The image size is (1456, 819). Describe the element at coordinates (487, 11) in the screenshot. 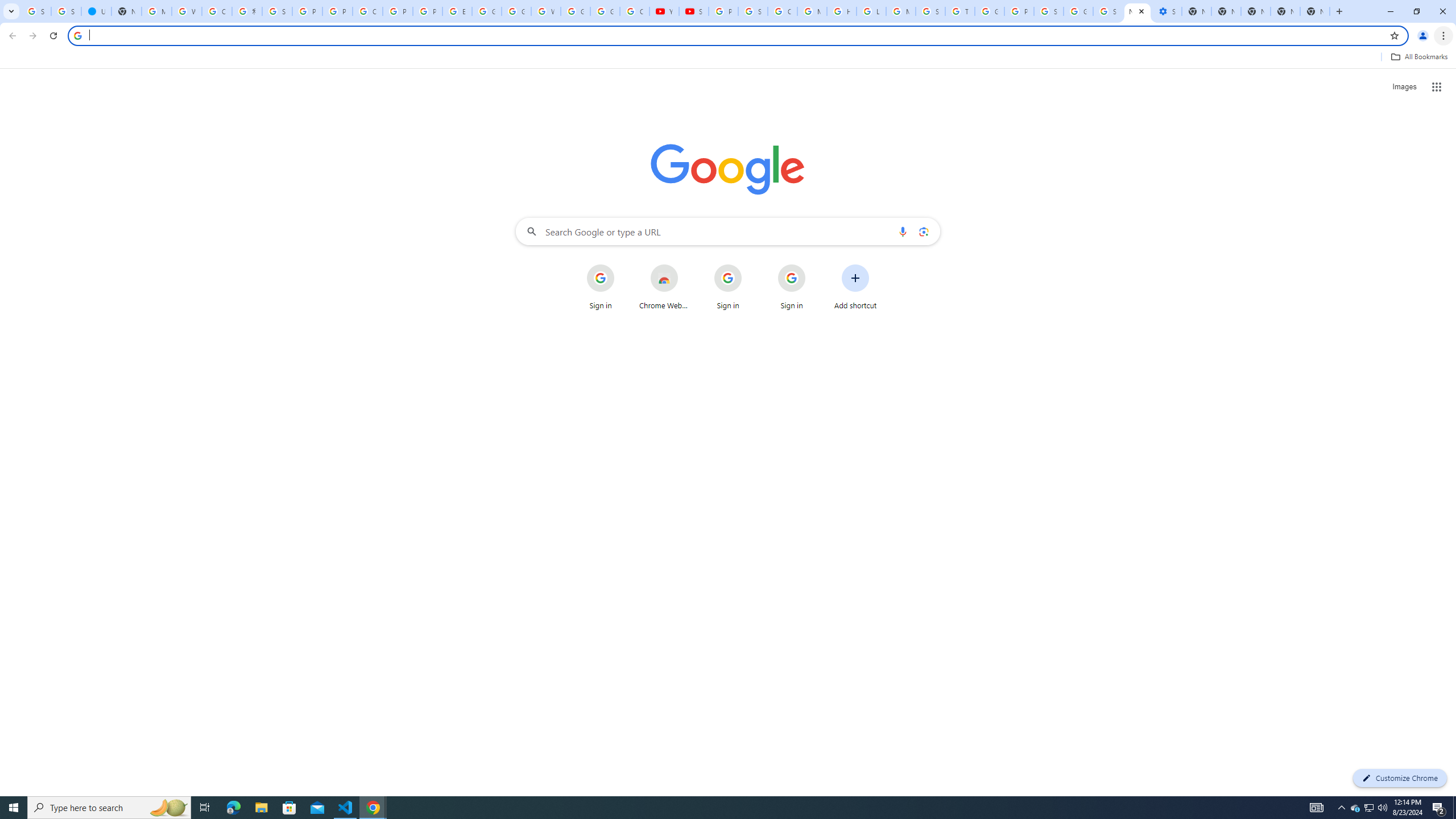

I see `'Google Slides: Sign-in'` at that location.